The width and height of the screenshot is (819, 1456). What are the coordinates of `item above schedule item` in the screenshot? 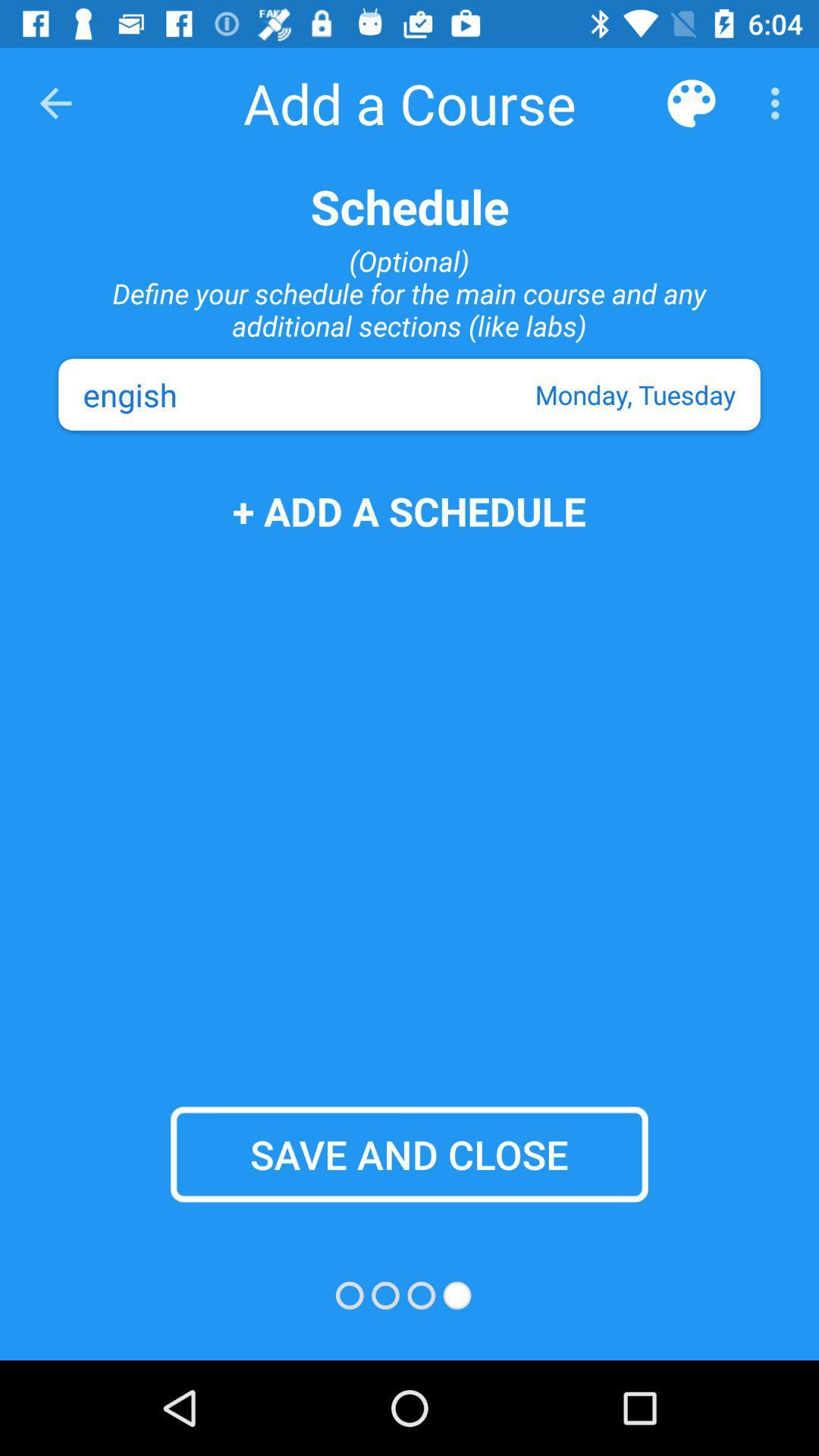 It's located at (779, 102).